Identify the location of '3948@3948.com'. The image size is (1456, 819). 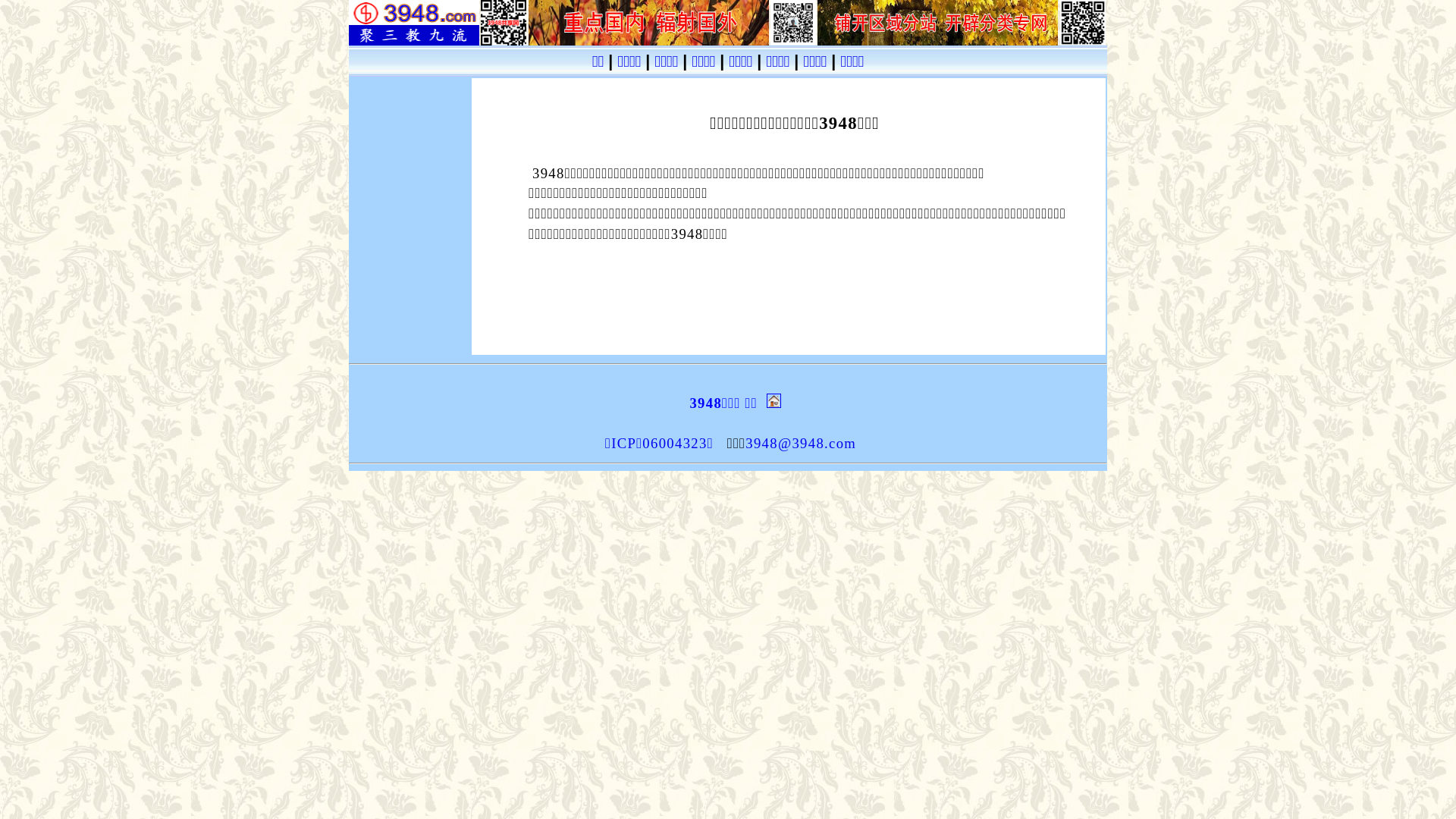
(800, 443).